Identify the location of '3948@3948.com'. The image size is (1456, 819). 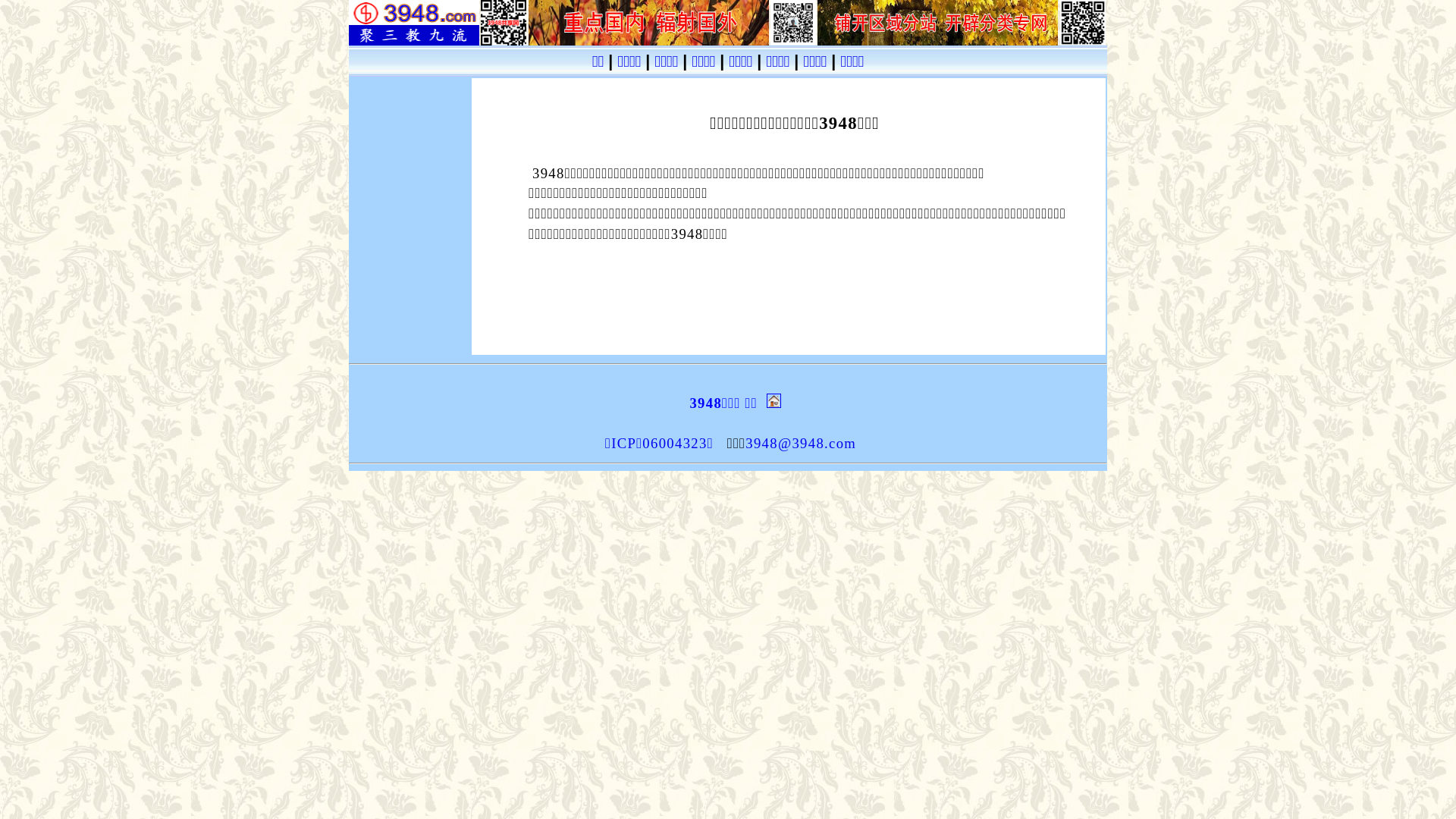
(800, 443).